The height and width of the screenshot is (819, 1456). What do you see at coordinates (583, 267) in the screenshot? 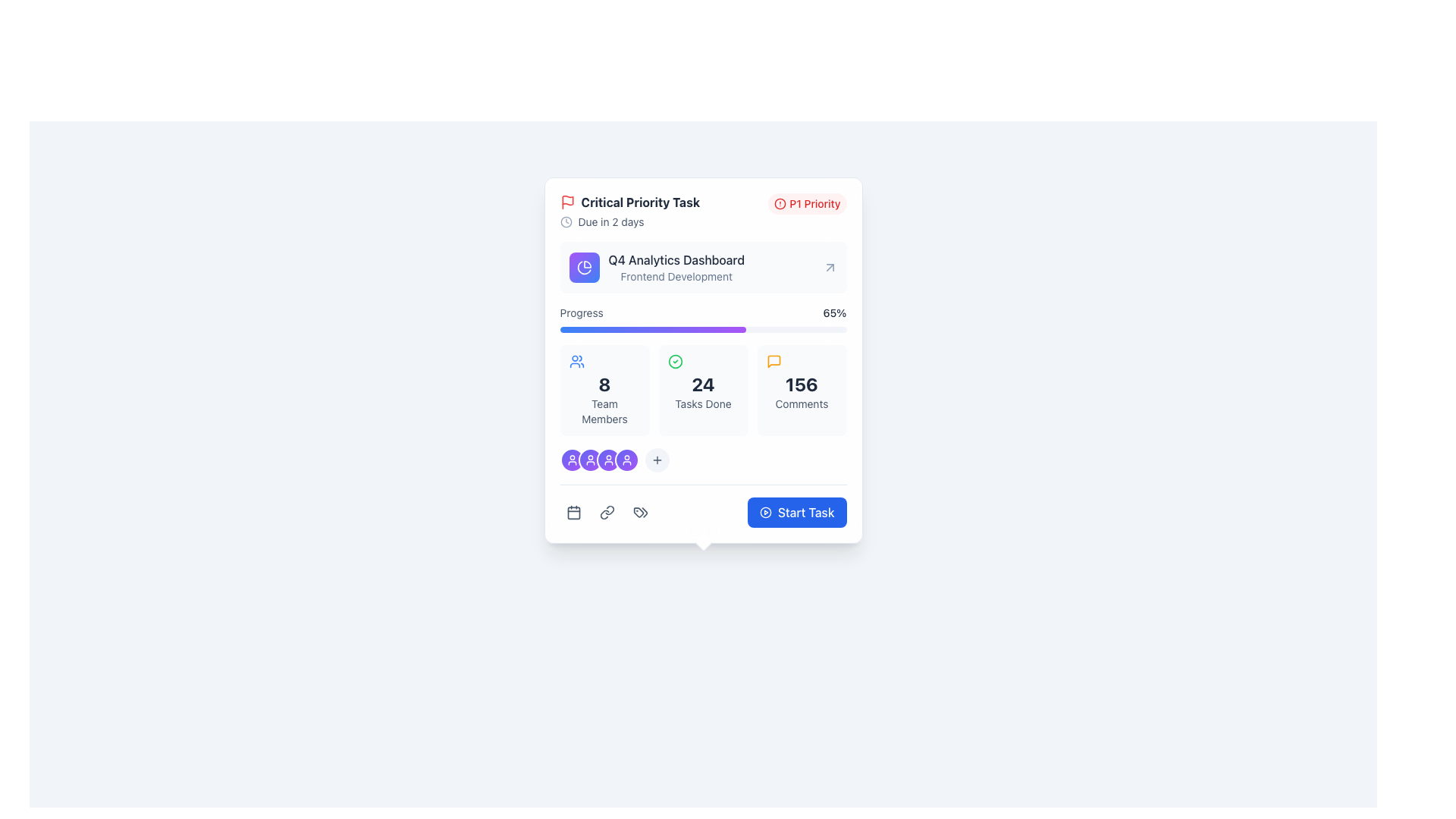
I see `the circular pie chart icon with a gradient purple-to-blue backdrop, located beside the title text 'Q4 Analytics Dashboard'` at bounding box center [583, 267].